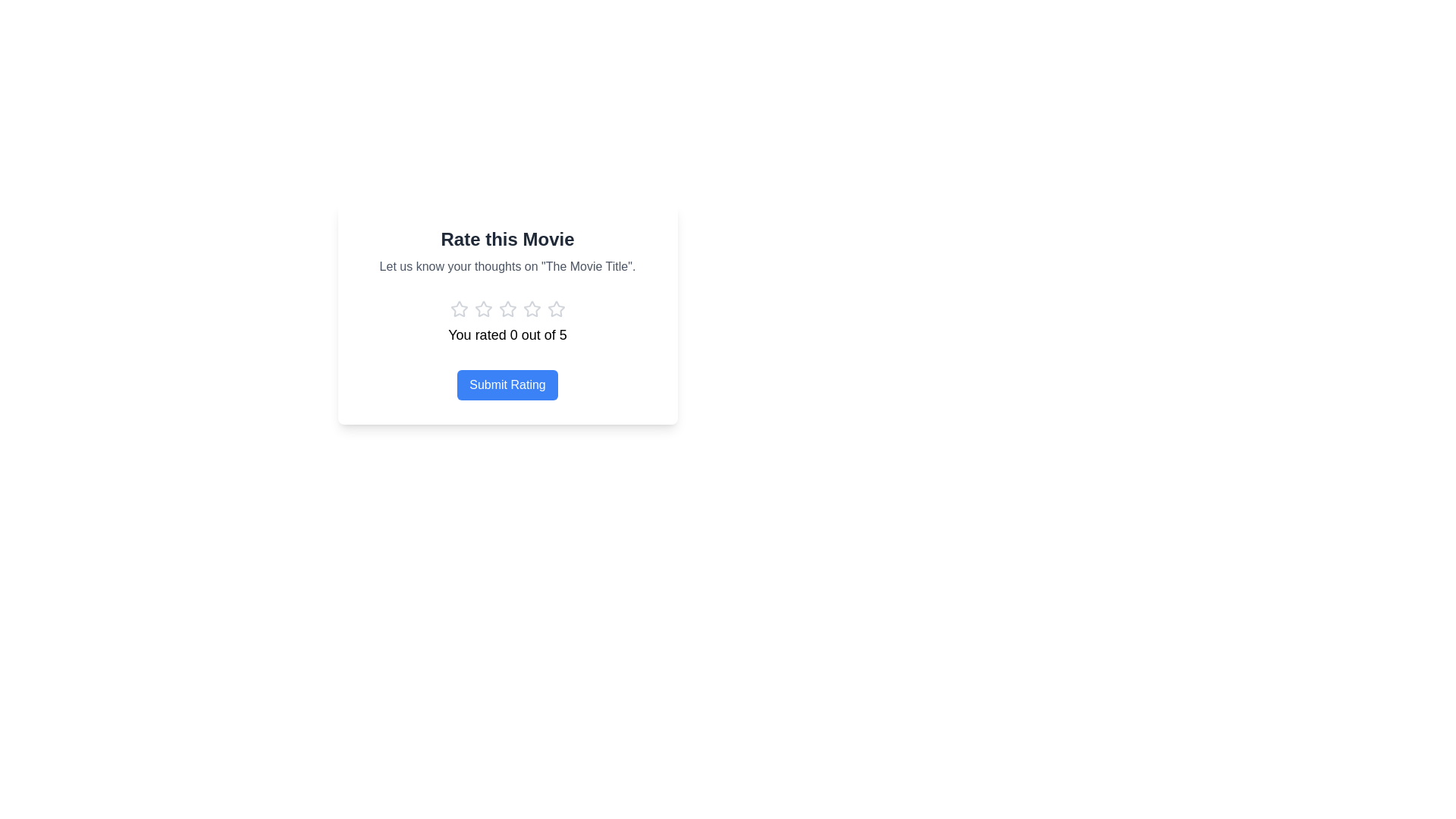 Image resolution: width=1456 pixels, height=819 pixels. Describe the element at coordinates (507, 334) in the screenshot. I see `the text label displaying 'You rated 0 out of 5' which is located beneath the star rating icons and above the 'Submit Rating' button` at that location.